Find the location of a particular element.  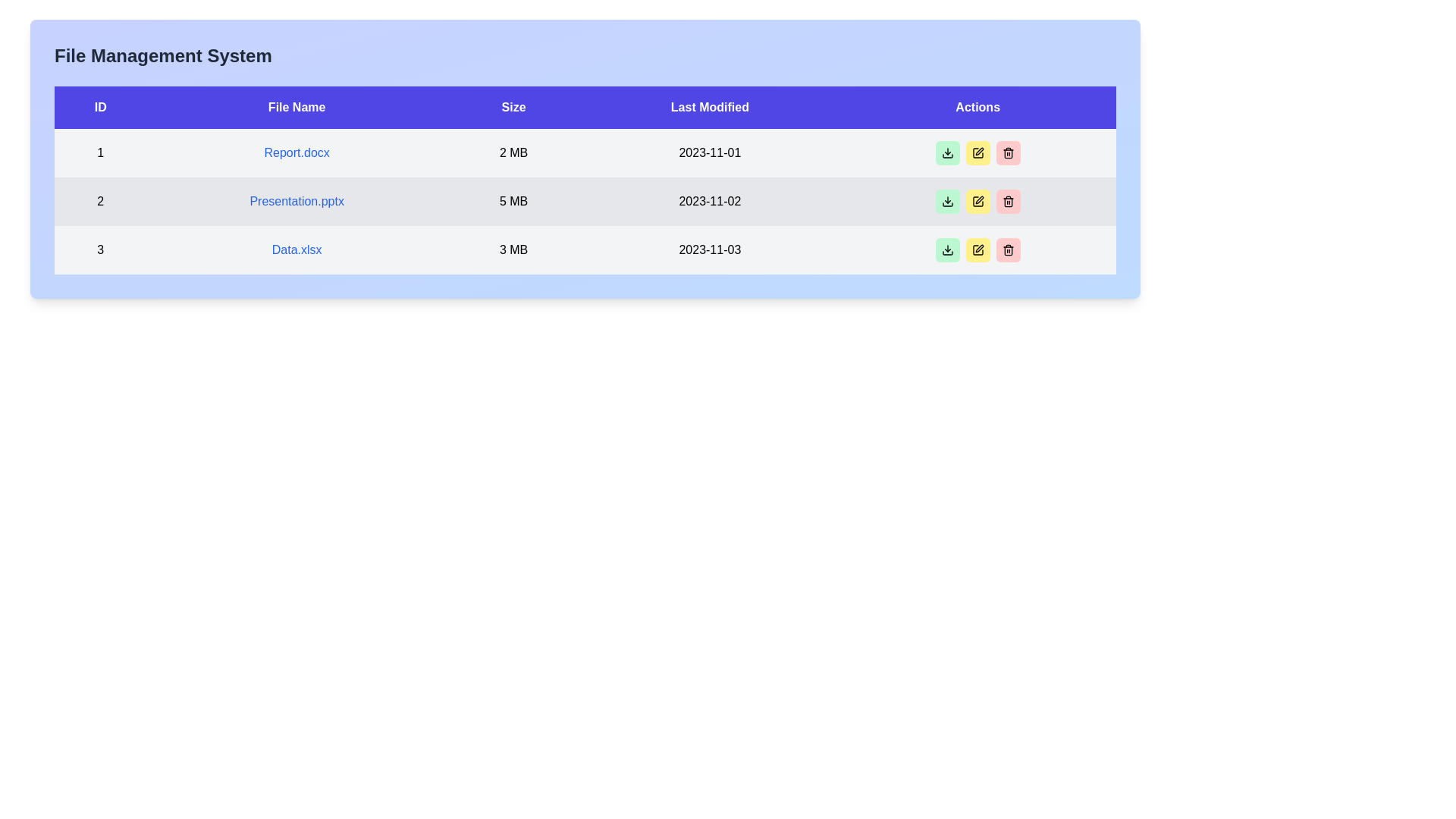

the 'Size' column header in the table, which is the third column header, by clicking on it is located at coordinates (513, 107).